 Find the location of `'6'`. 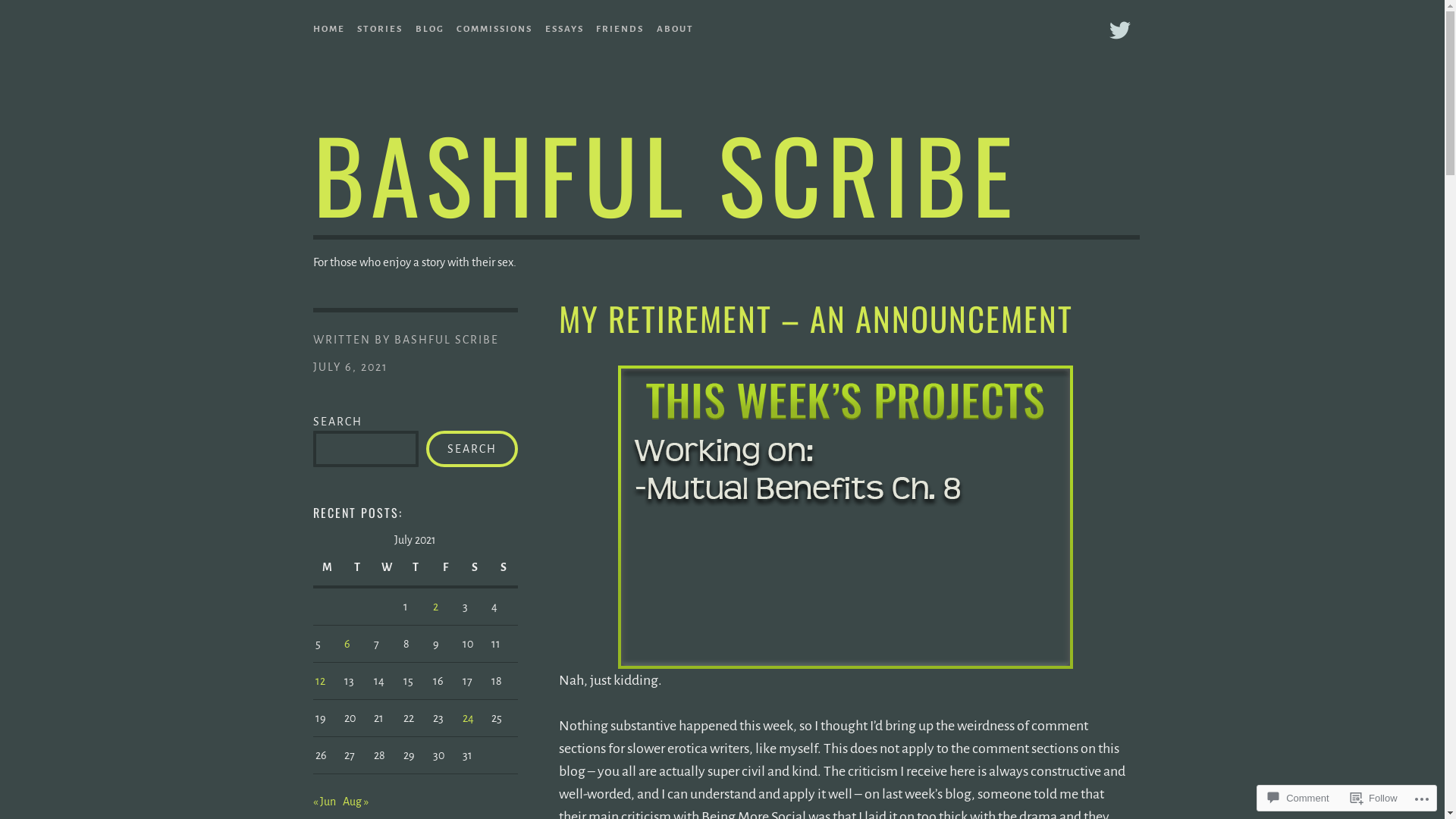

'6' is located at coordinates (346, 643).